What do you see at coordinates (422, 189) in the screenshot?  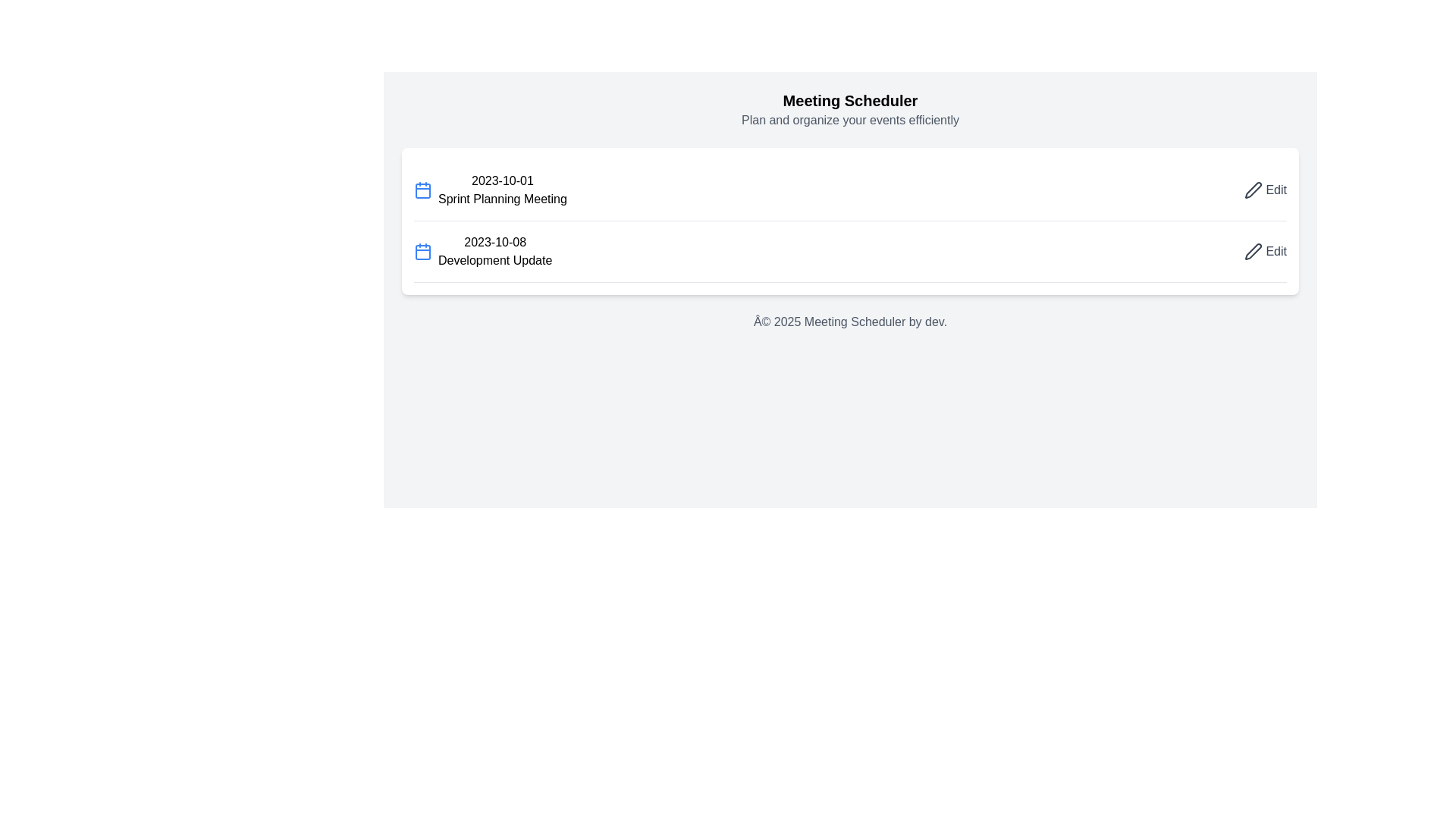 I see `the calendar icon representing the meeting 'Sprint Planning Meeting' scheduled for '2023-10-01', located to the far left of the meeting text` at bounding box center [422, 189].